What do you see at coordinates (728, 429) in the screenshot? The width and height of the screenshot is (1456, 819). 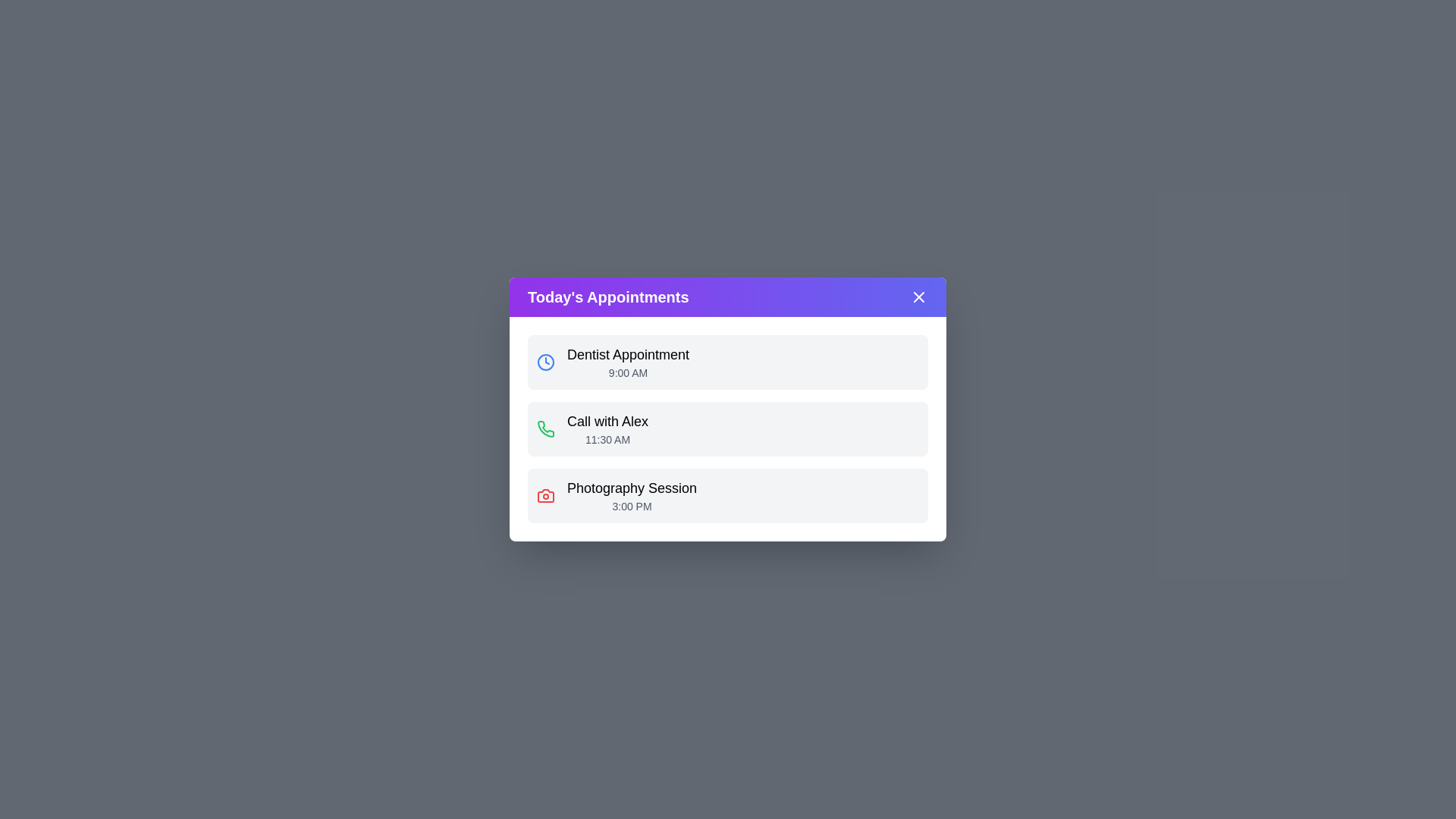 I see `the appointment item corresponding to Call with Alex` at bounding box center [728, 429].